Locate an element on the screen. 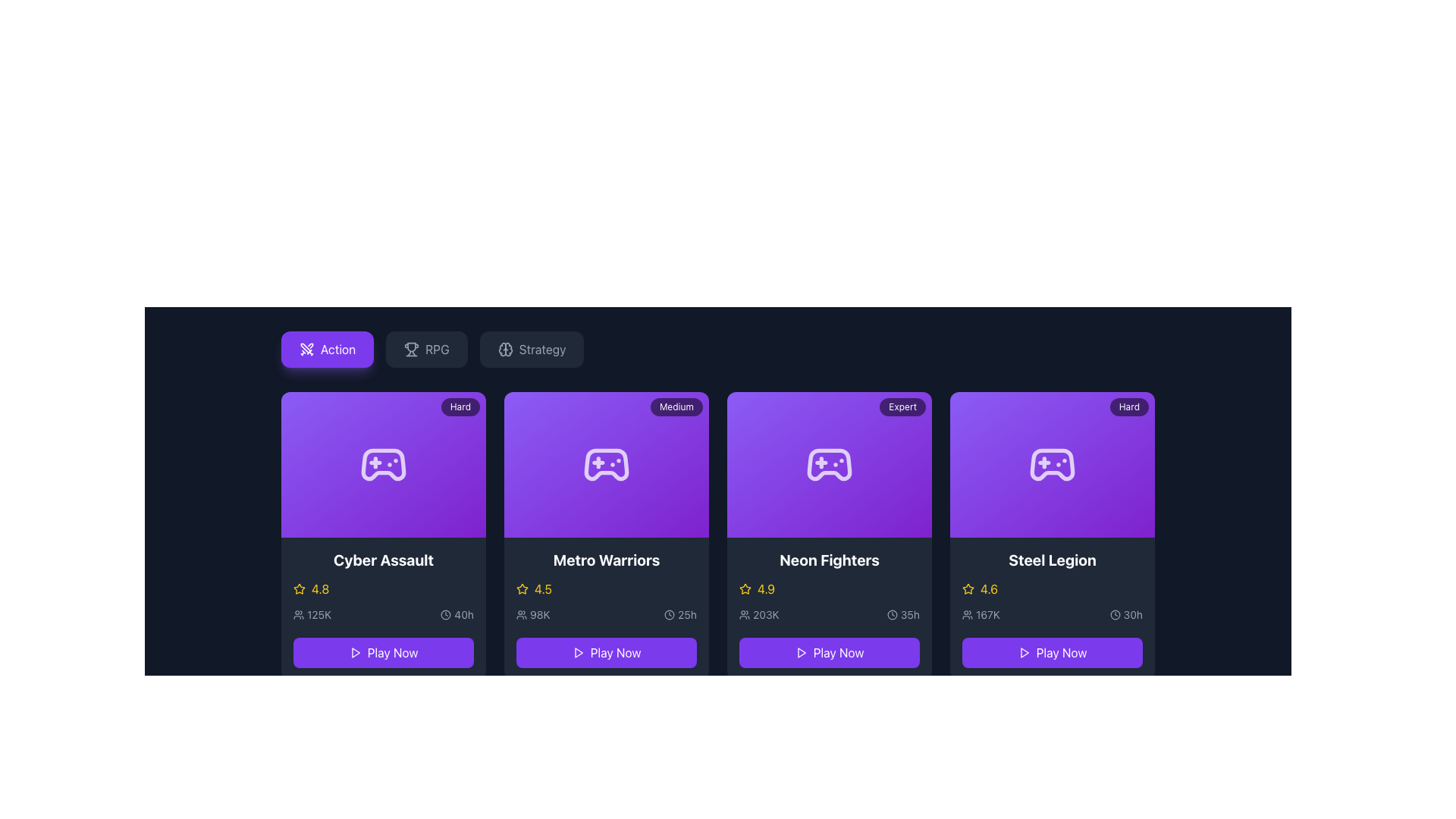  the time duration displayed next to the clock icon in the lower-right part of the 'Cyber Assault' card, which shows '40h' is located at coordinates (457, 614).